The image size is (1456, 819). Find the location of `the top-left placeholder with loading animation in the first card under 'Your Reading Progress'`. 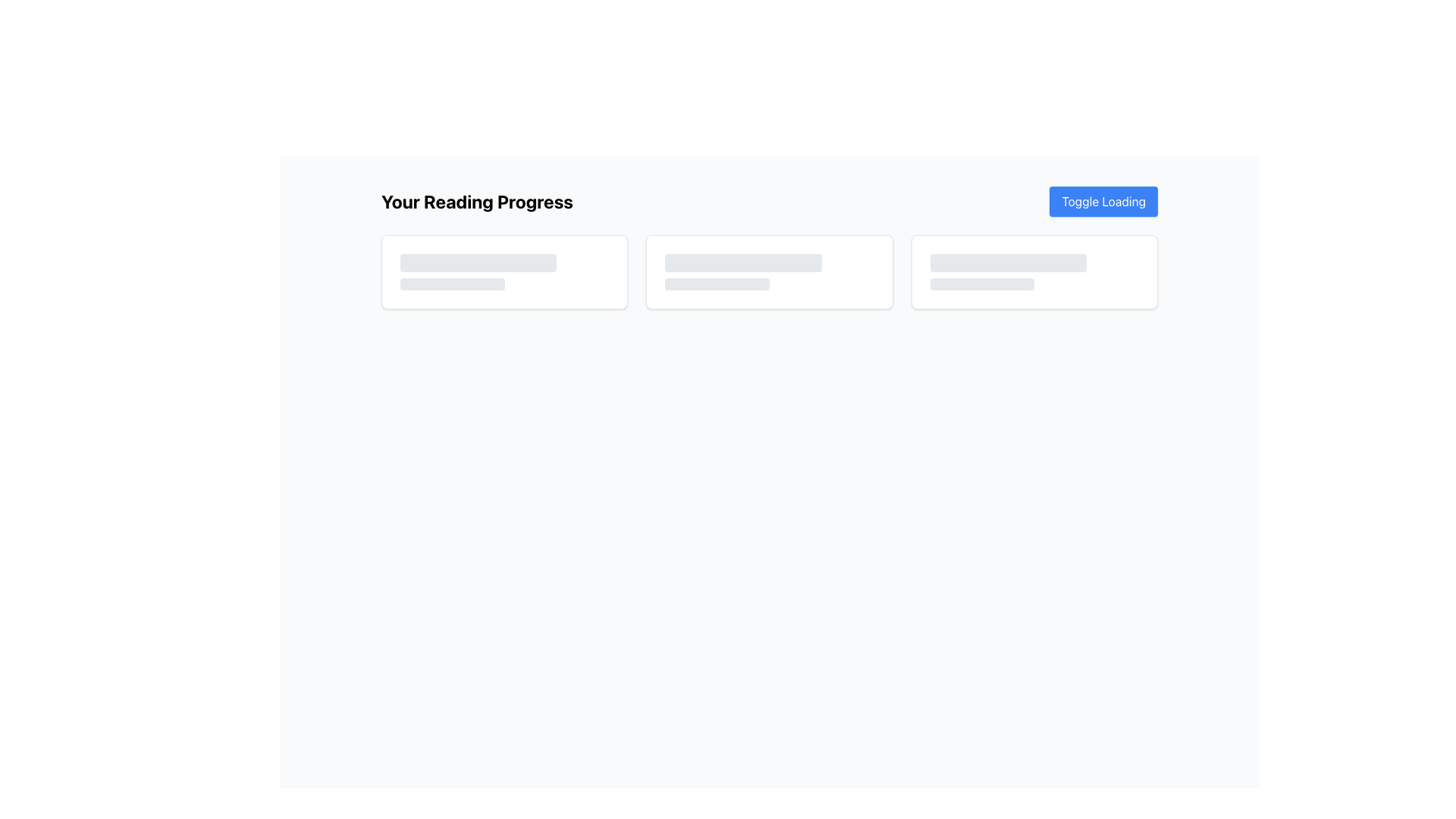

the top-left placeholder with loading animation in the first card under 'Your Reading Progress' is located at coordinates (504, 271).